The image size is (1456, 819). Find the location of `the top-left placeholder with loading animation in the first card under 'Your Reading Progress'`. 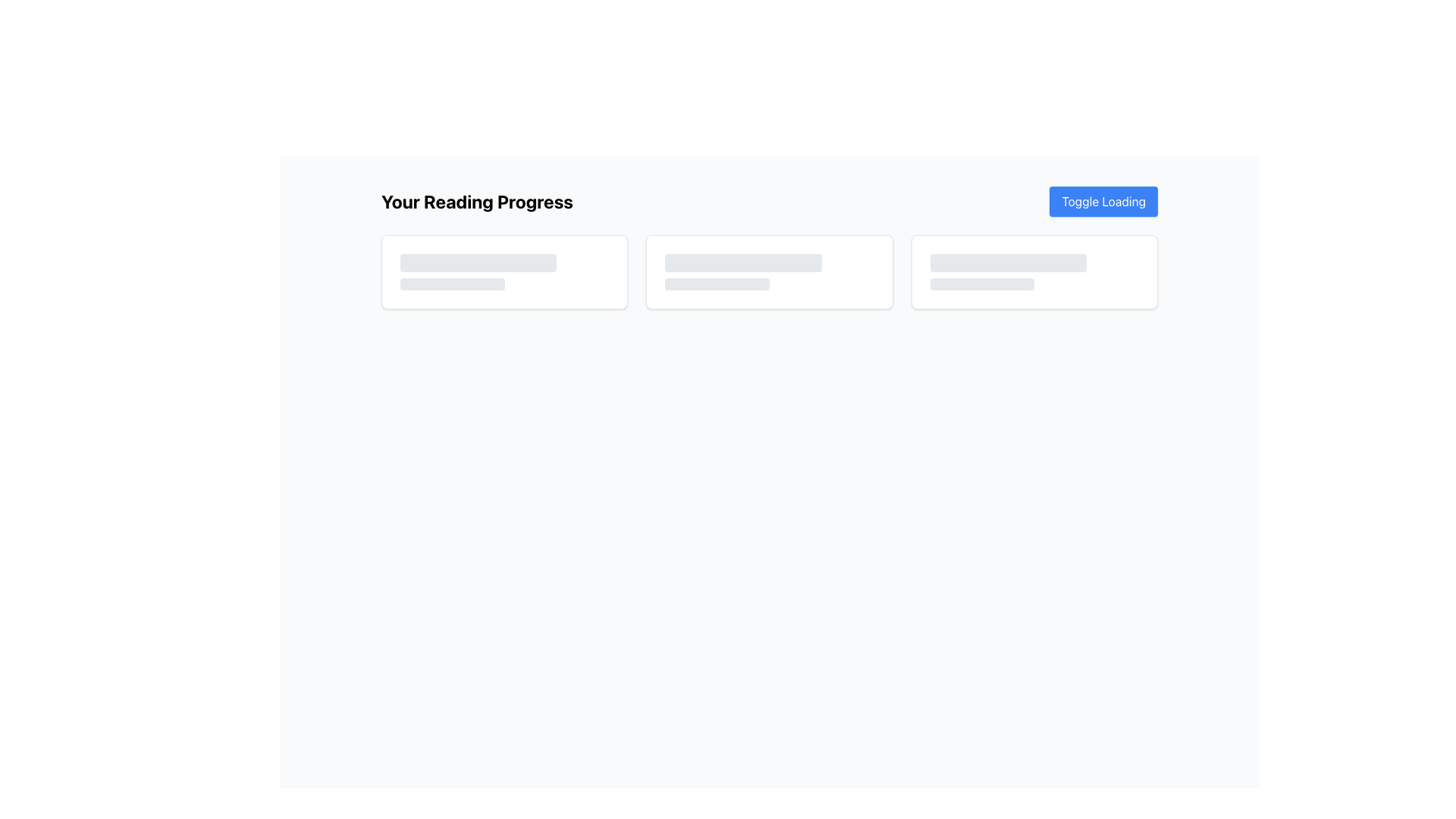

the top-left placeholder with loading animation in the first card under 'Your Reading Progress' is located at coordinates (504, 271).